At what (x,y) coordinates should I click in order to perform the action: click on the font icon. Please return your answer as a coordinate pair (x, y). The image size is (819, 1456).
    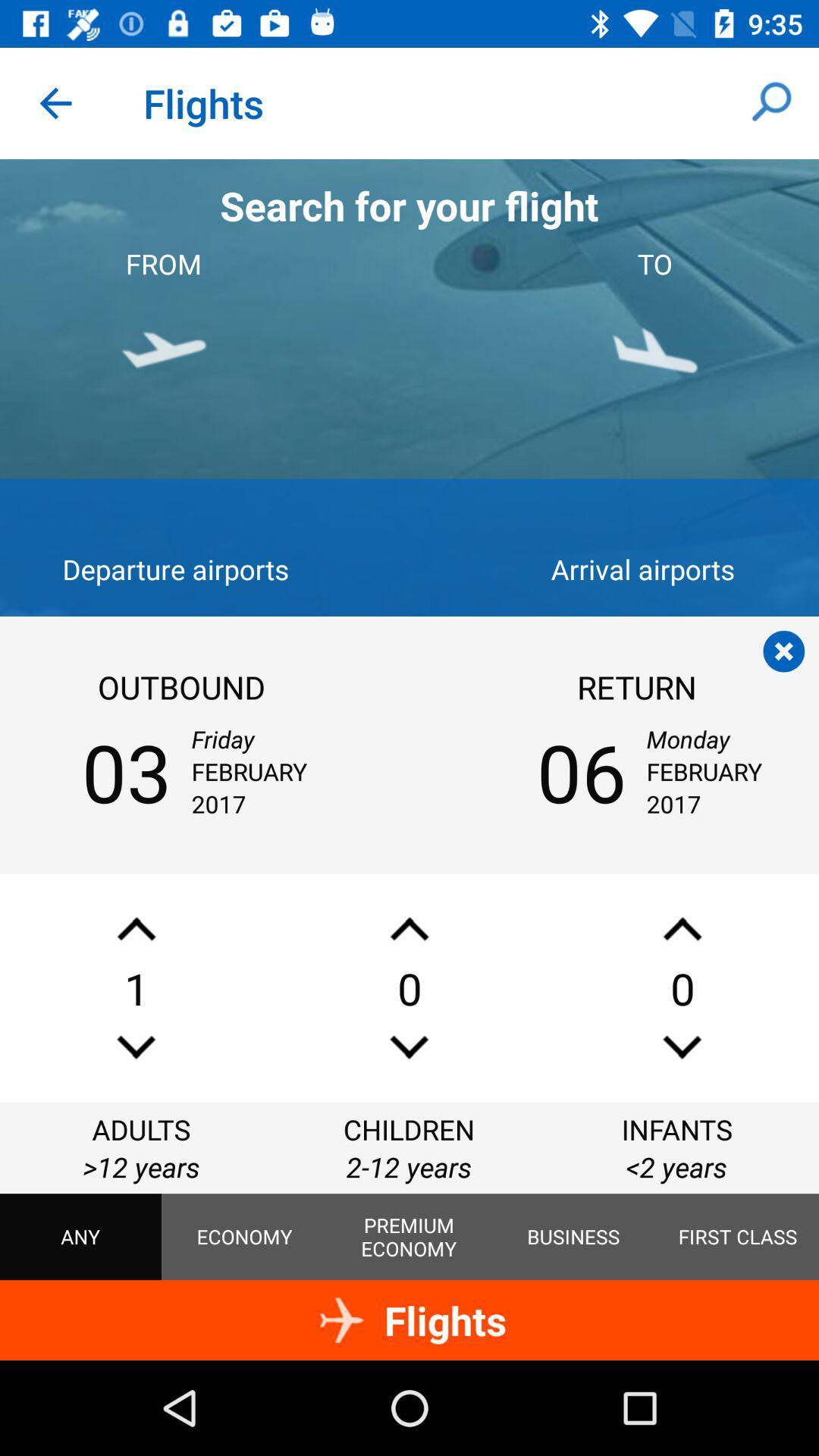
    Looking at the image, I should click on (681, 928).